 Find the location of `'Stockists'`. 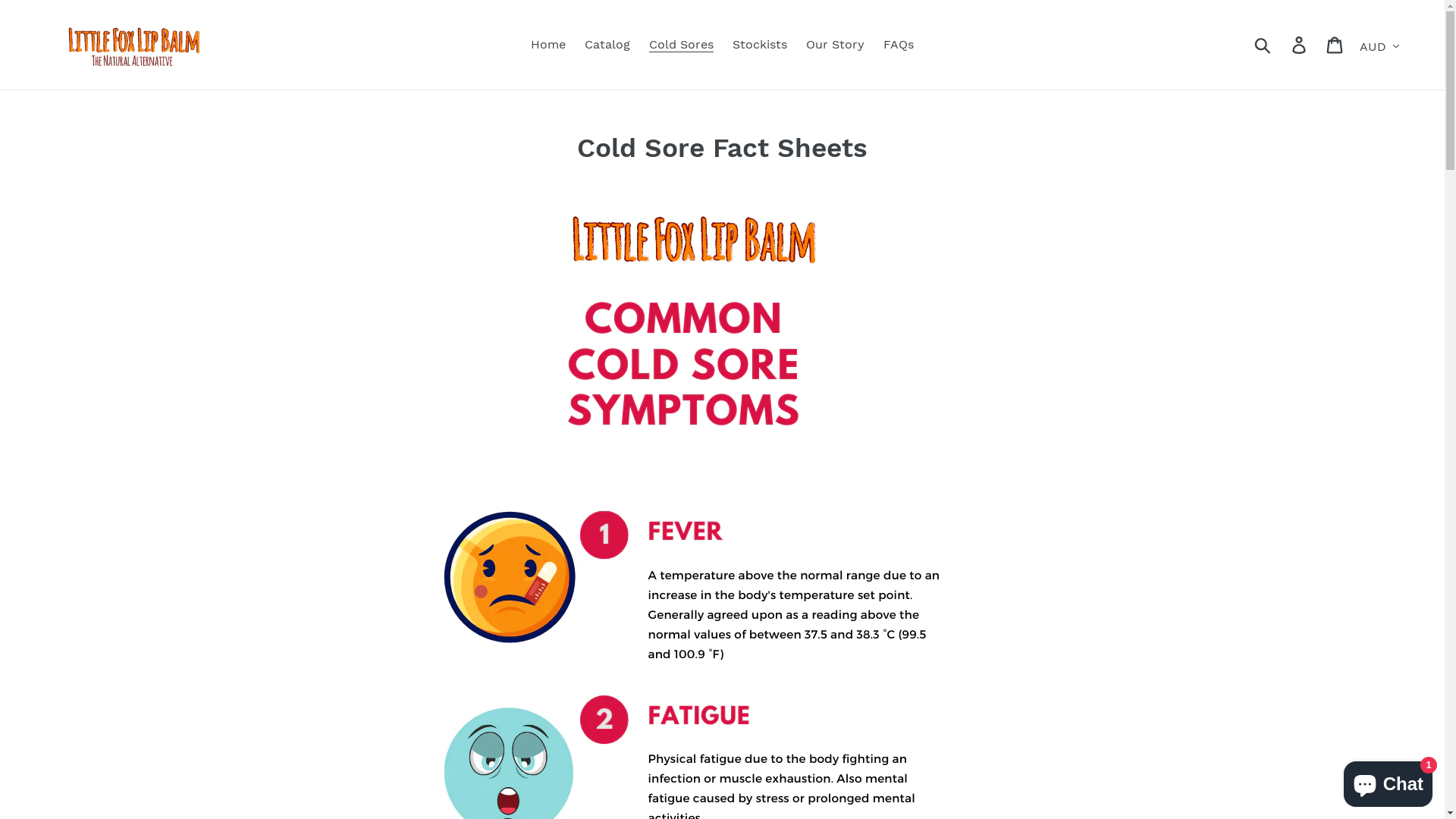

'Stockists' is located at coordinates (760, 43).